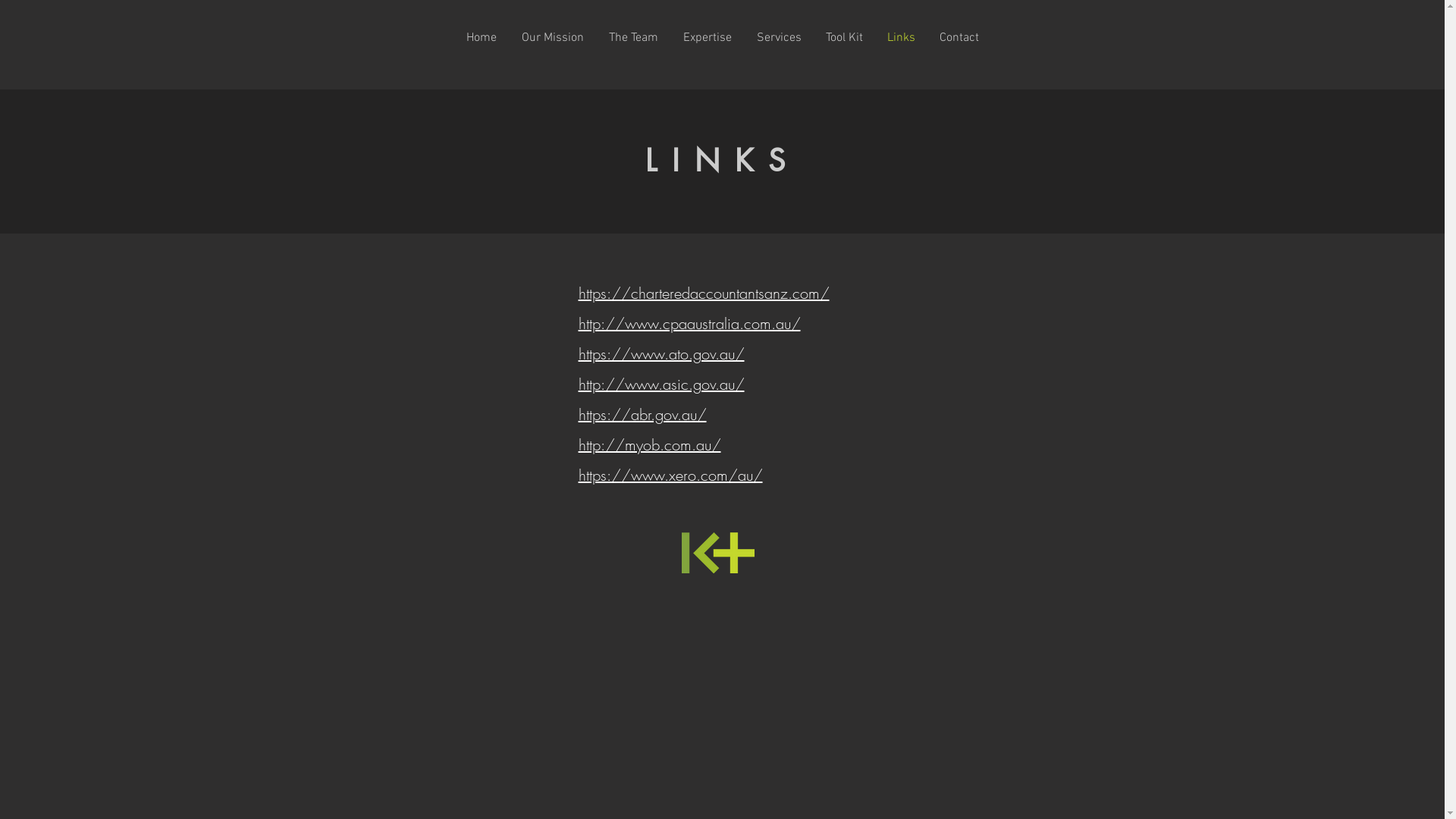  Describe the element at coordinates (843, 37) in the screenshot. I see `'Tool Kit'` at that location.